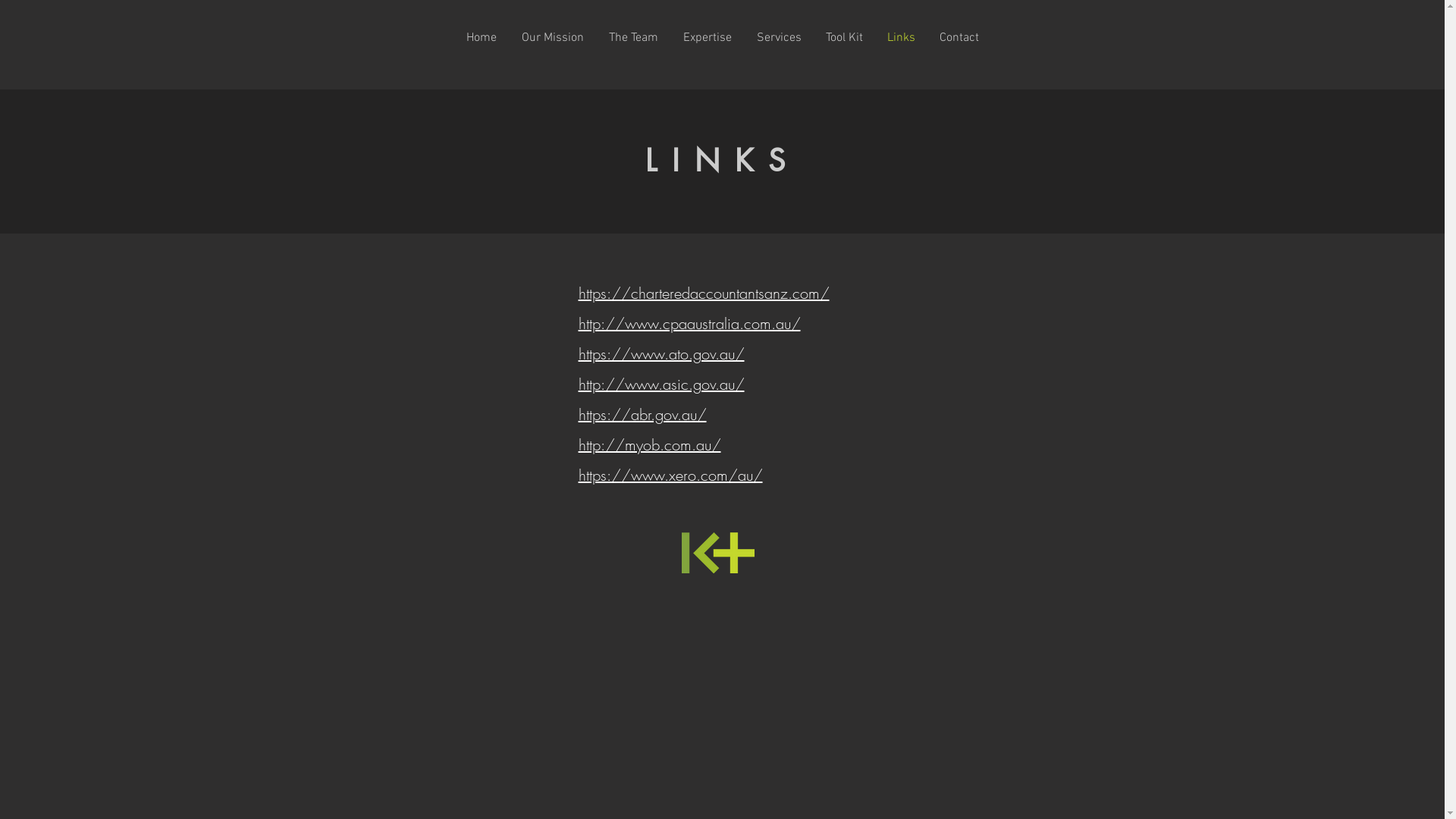  Describe the element at coordinates (843, 37) in the screenshot. I see `'Tool Kit'` at that location.